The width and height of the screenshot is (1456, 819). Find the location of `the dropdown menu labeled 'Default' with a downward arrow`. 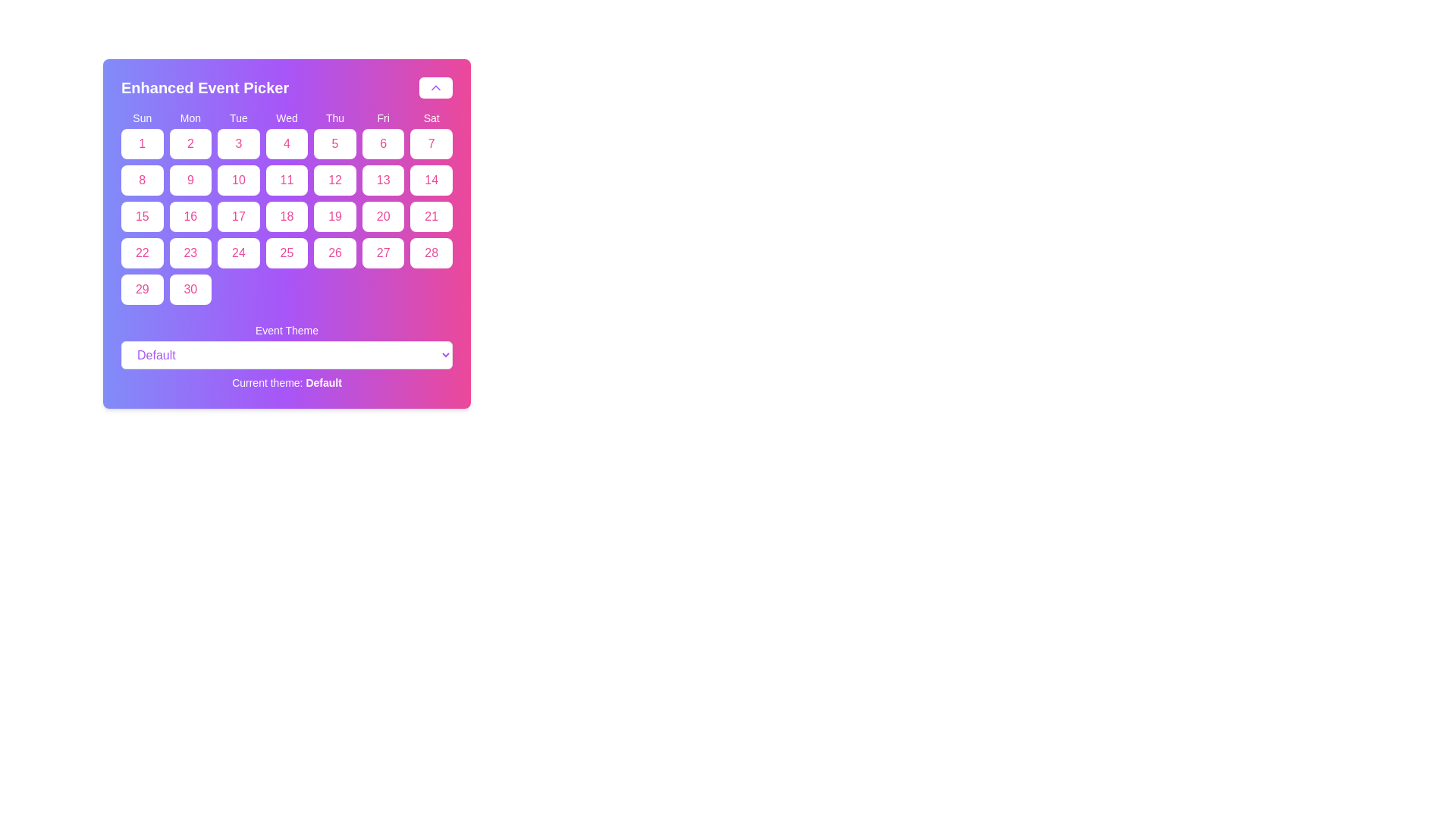

the dropdown menu labeled 'Default' with a downward arrow is located at coordinates (287, 355).